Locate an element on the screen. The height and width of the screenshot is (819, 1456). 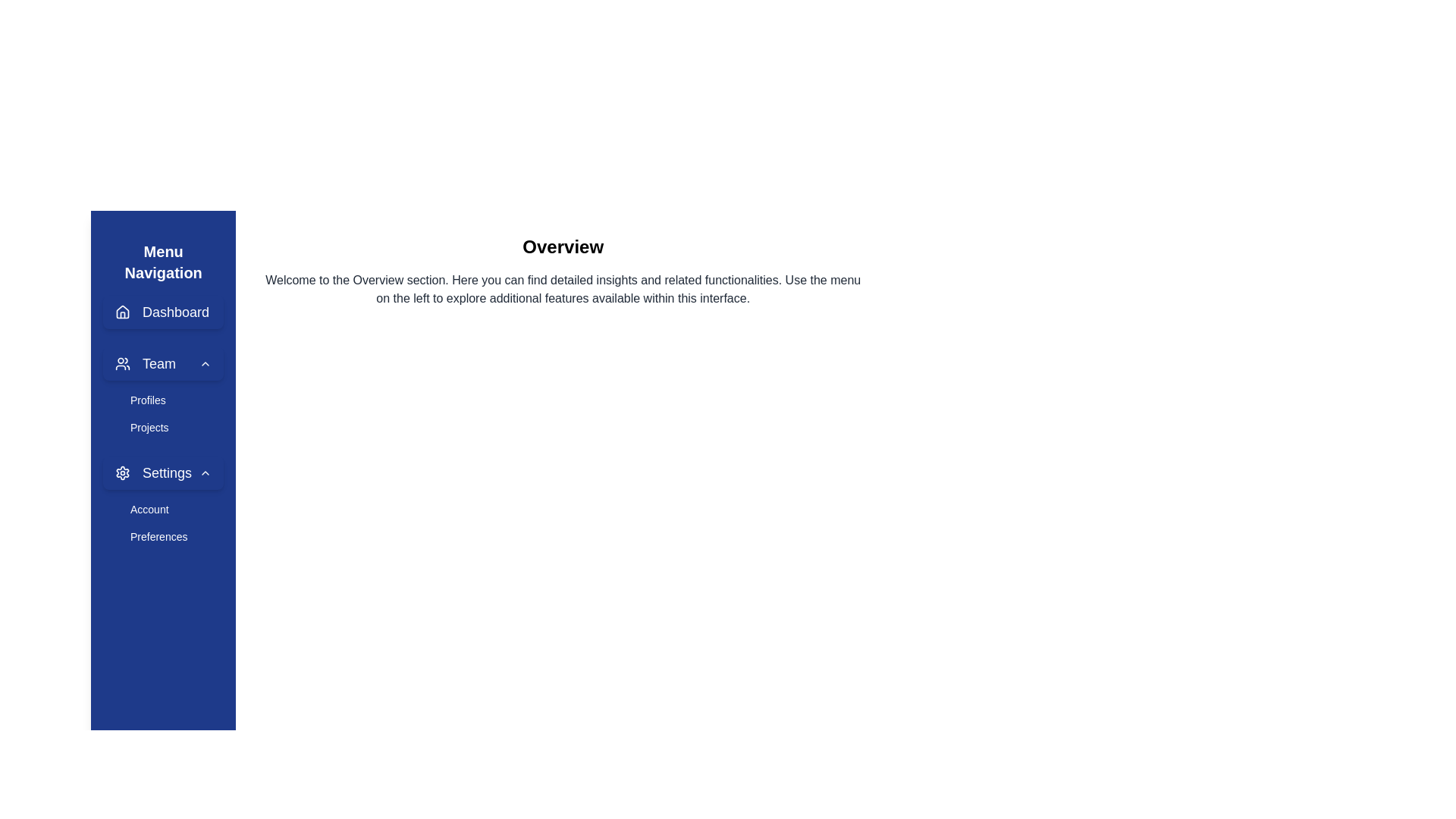
the 'Settings' icon located in the left-side navigation bar is located at coordinates (123, 472).